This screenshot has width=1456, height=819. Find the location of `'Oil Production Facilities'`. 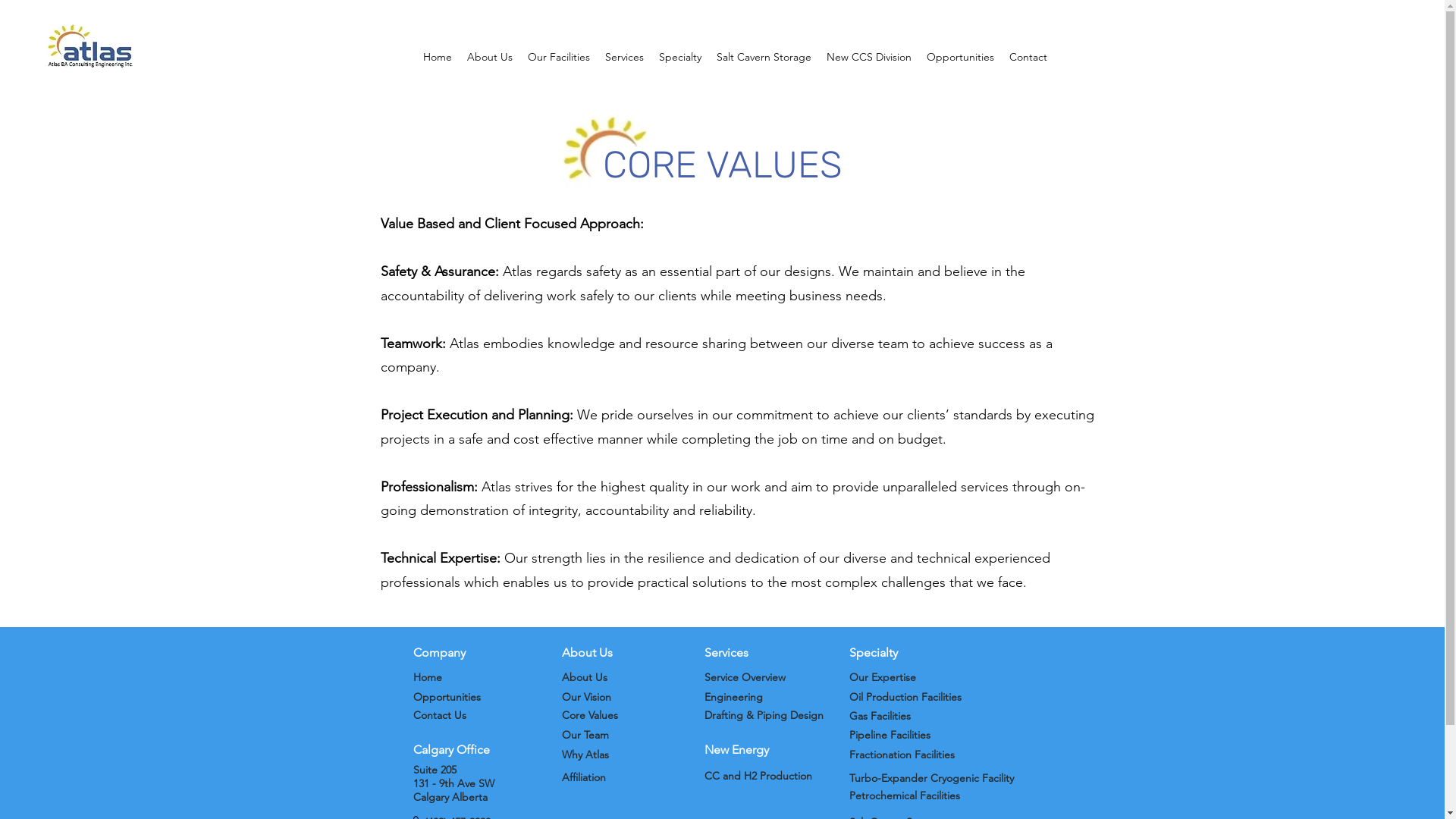

'Oil Production Facilities' is located at coordinates (905, 696).